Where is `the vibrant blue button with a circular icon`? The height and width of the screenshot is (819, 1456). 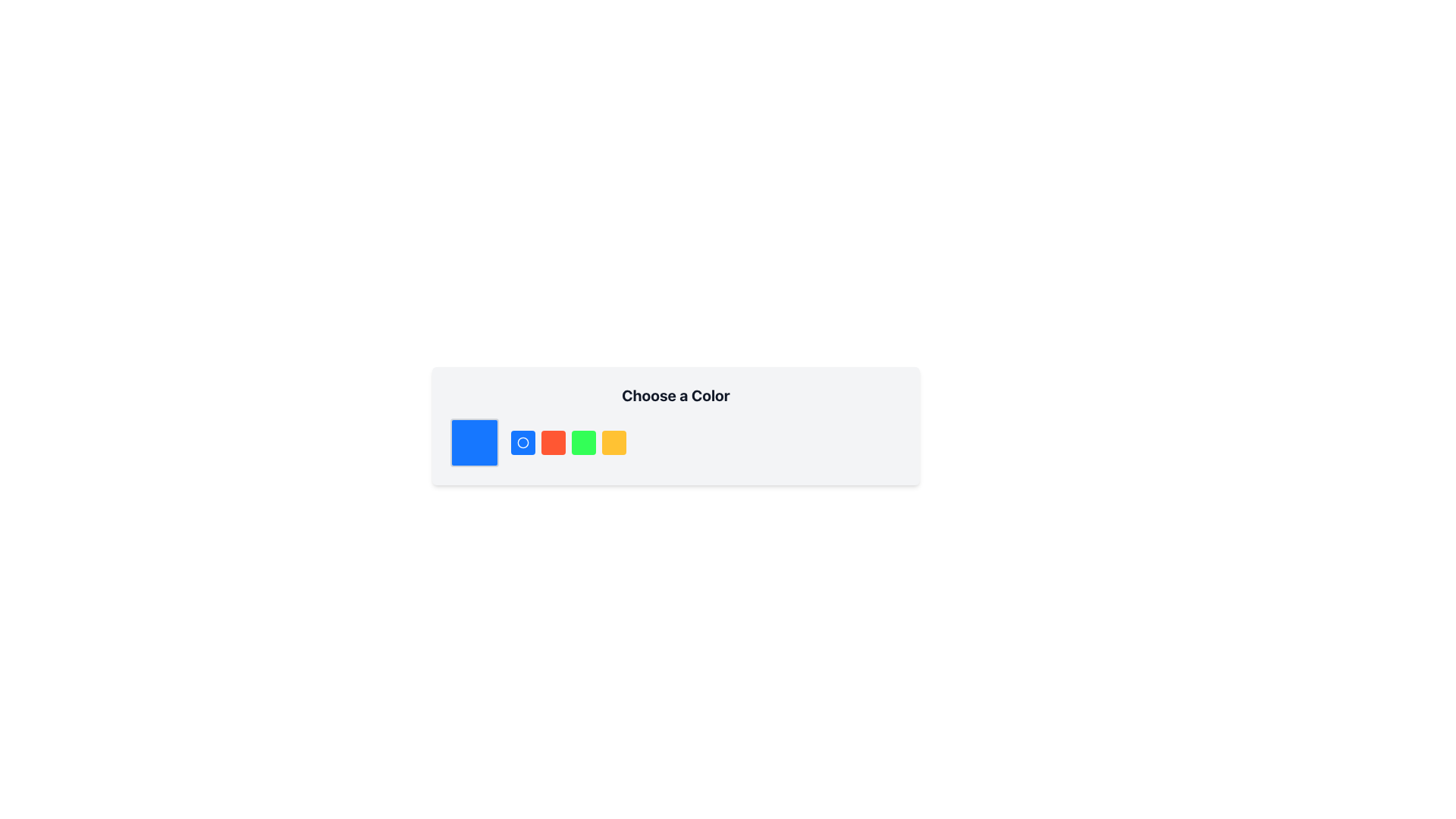
the vibrant blue button with a circular icon is located at coordinates (523, 442).